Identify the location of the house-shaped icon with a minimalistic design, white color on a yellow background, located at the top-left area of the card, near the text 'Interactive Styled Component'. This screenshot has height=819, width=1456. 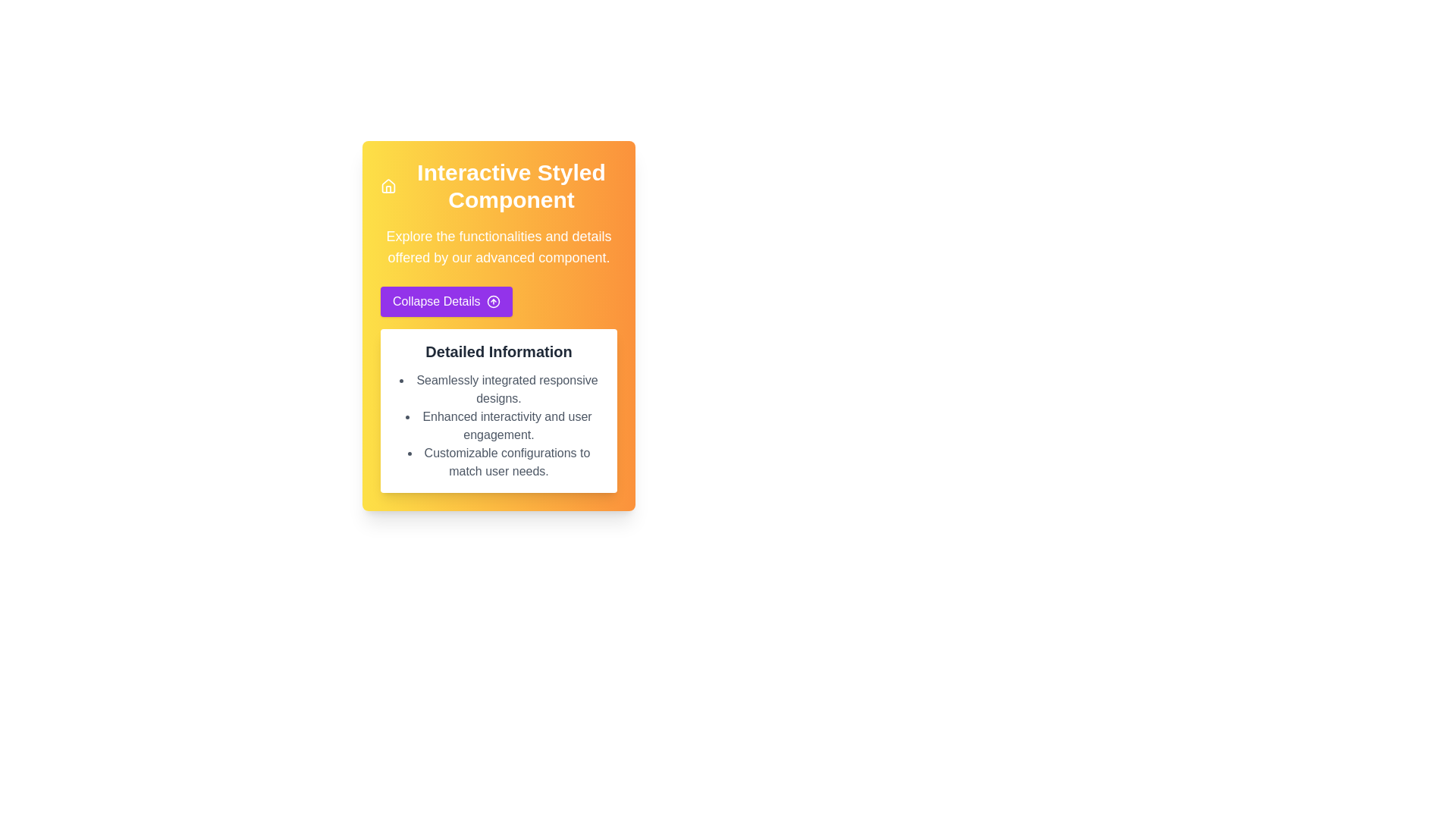
(388, 186).